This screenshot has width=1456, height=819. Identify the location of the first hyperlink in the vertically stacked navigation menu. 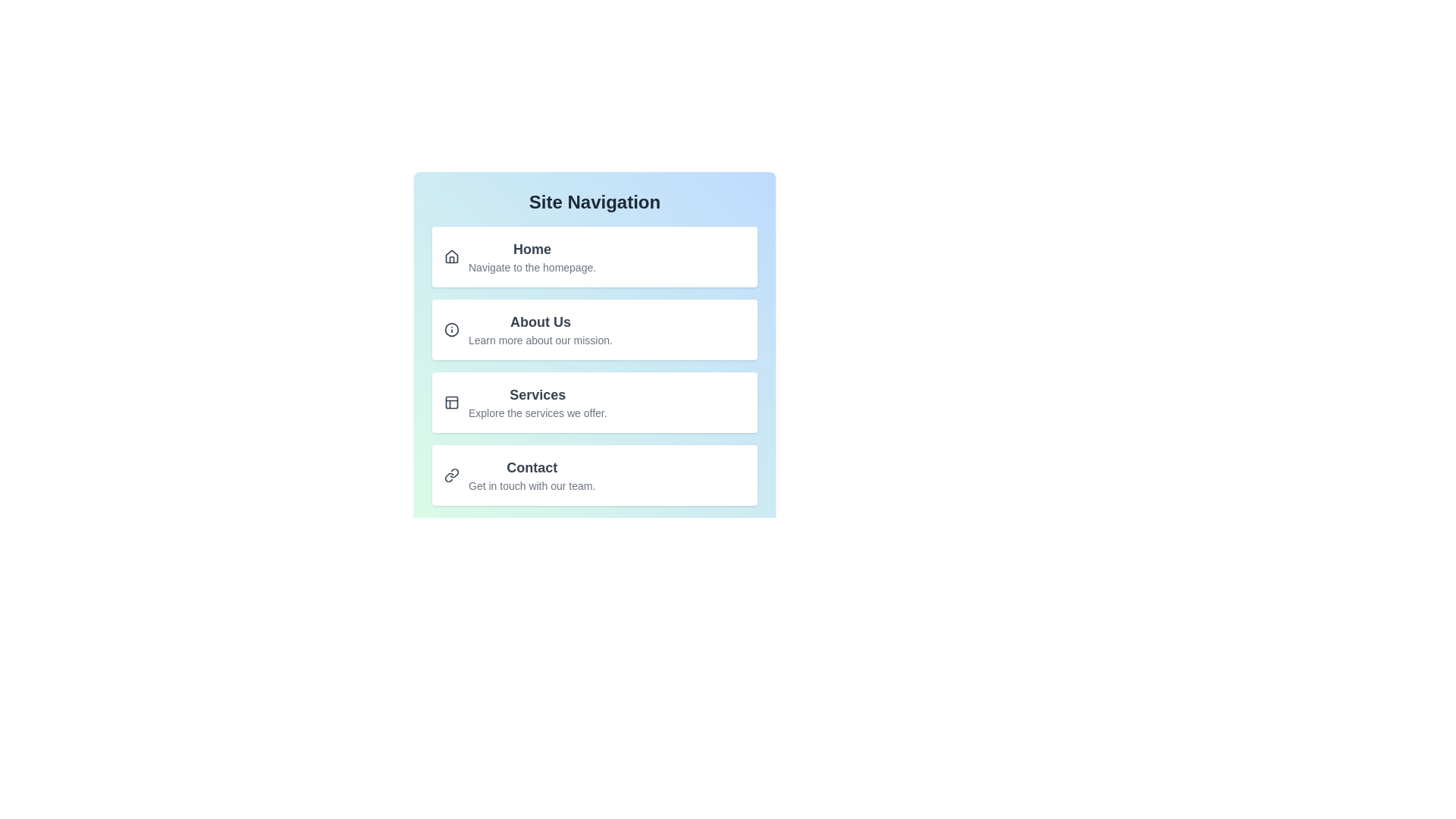
(594, 256).